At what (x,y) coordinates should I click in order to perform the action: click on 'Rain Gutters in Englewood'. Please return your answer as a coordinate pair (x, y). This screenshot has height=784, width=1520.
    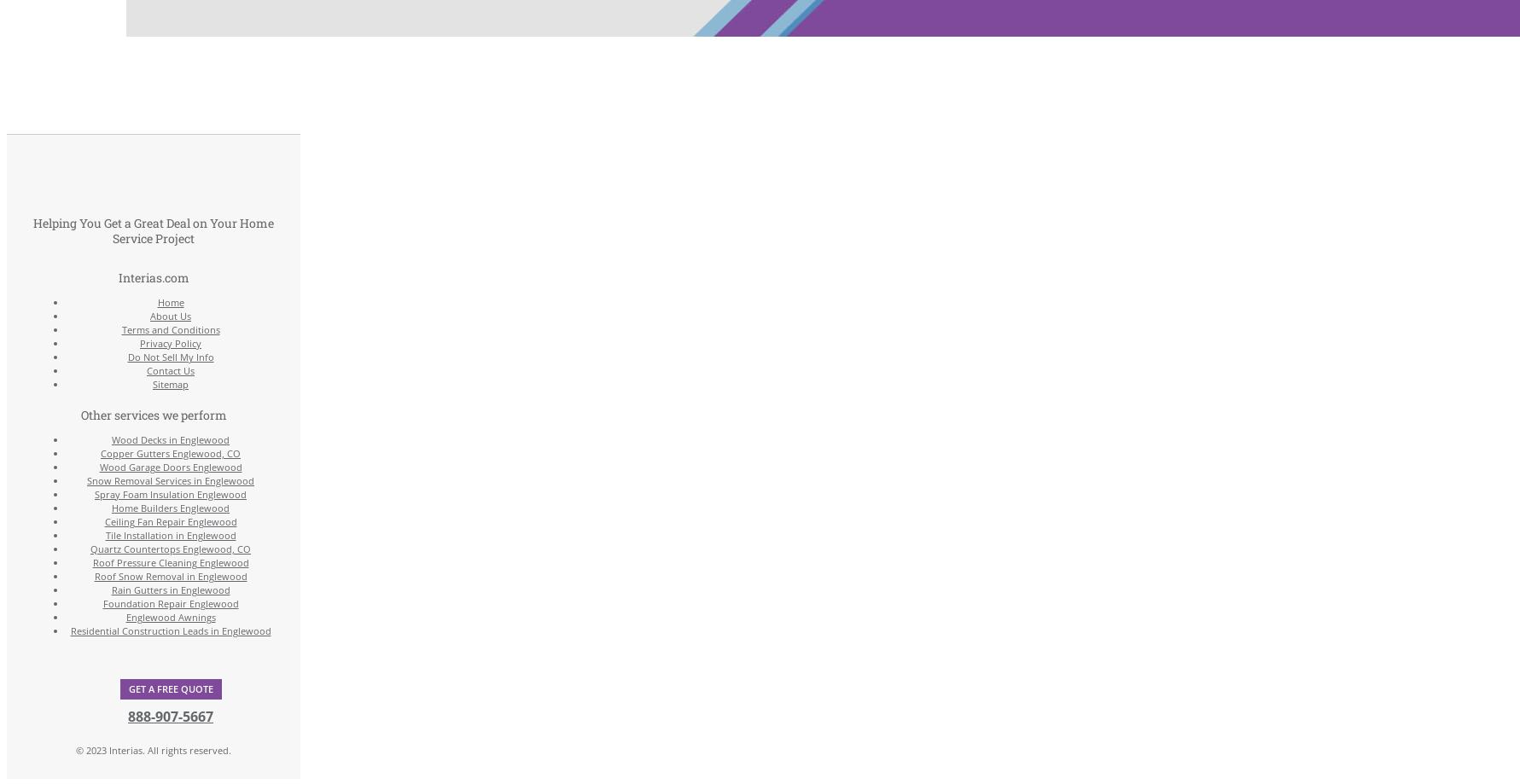
    Looking at the image, I should click on (170, 588).